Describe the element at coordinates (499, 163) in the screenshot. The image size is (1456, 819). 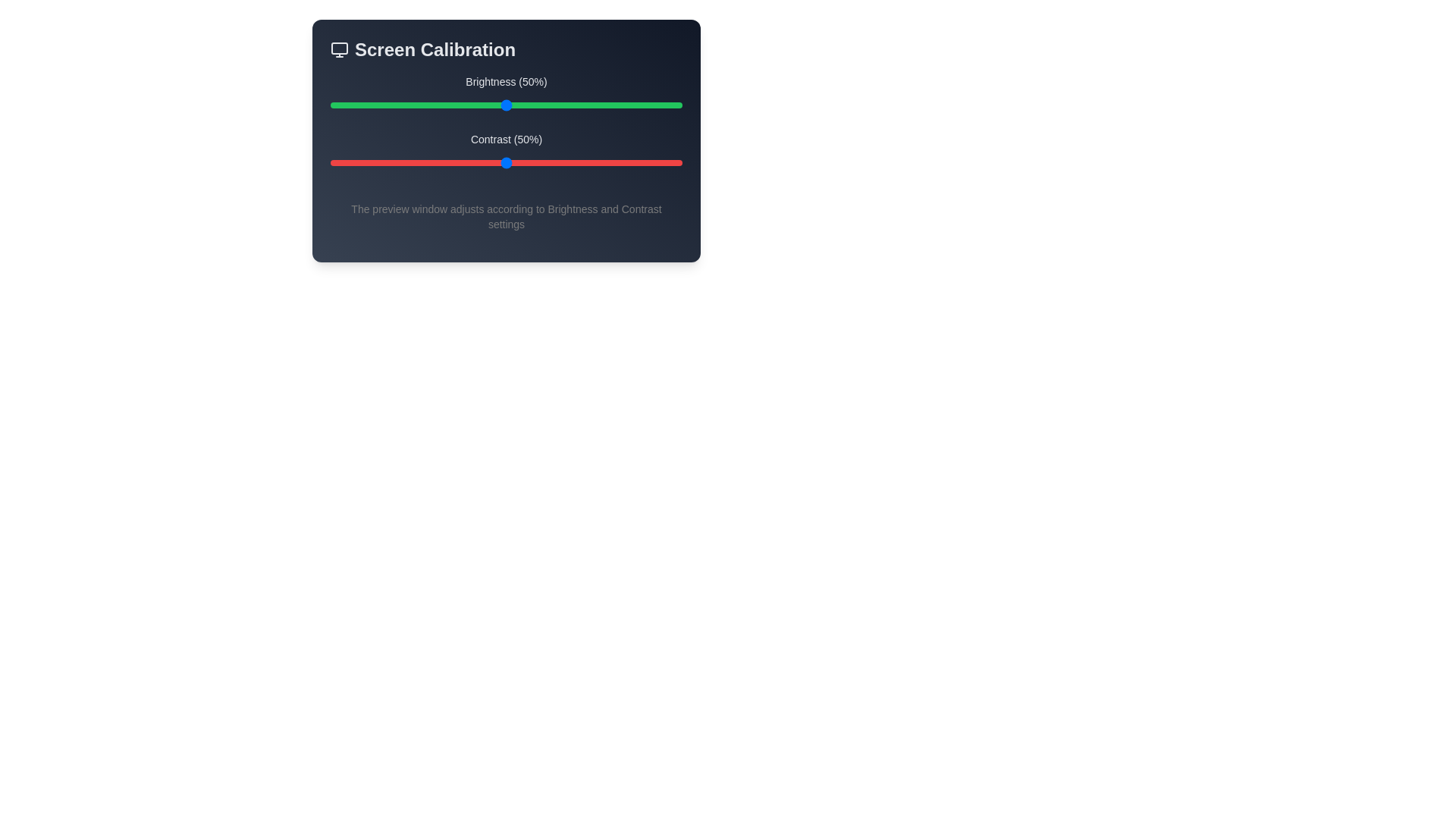
I see `the contrast slider to 48%` at that location.